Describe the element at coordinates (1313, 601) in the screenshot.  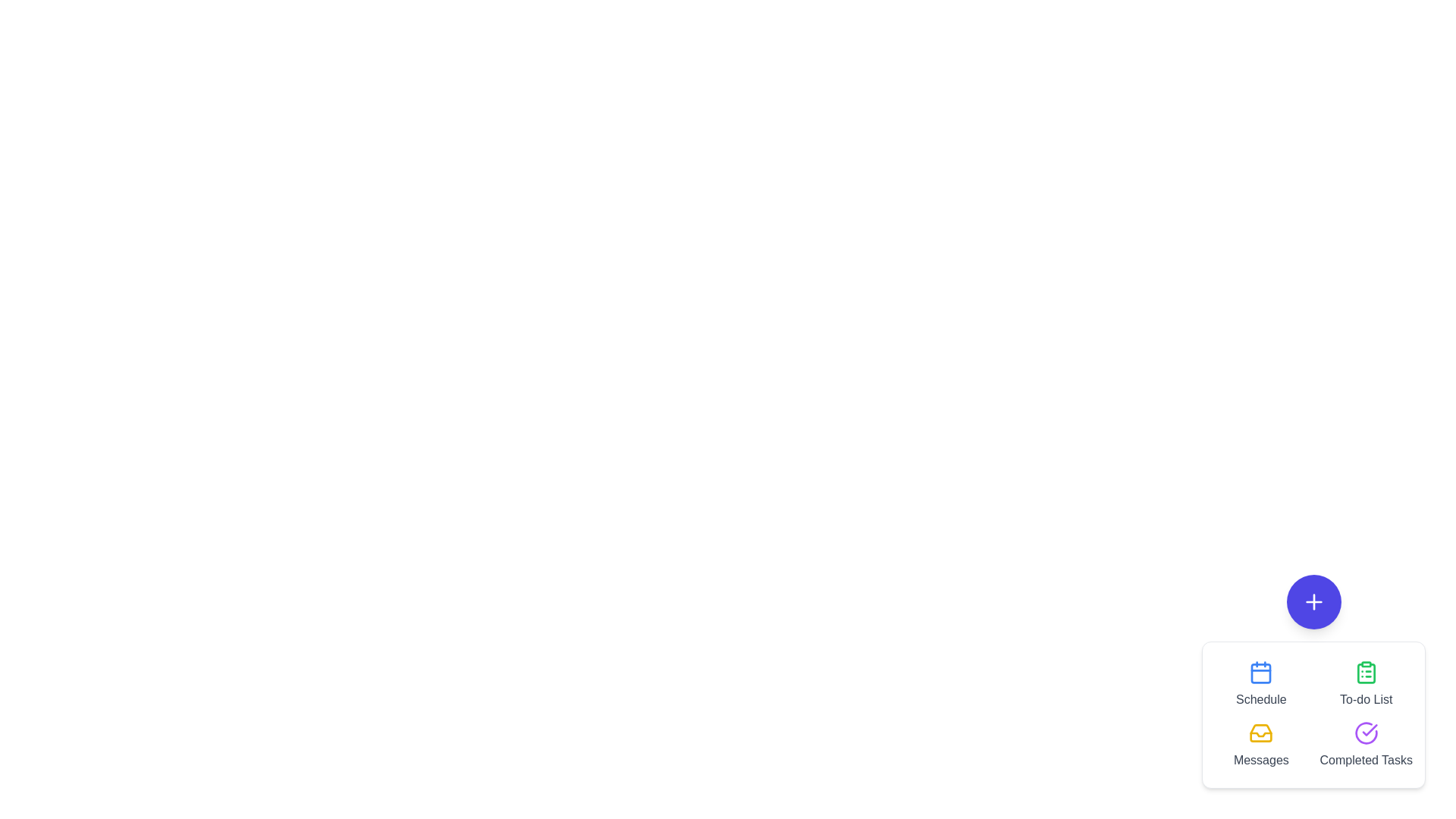
I see `the '+' button to toggle the speed dial menu` at that location.